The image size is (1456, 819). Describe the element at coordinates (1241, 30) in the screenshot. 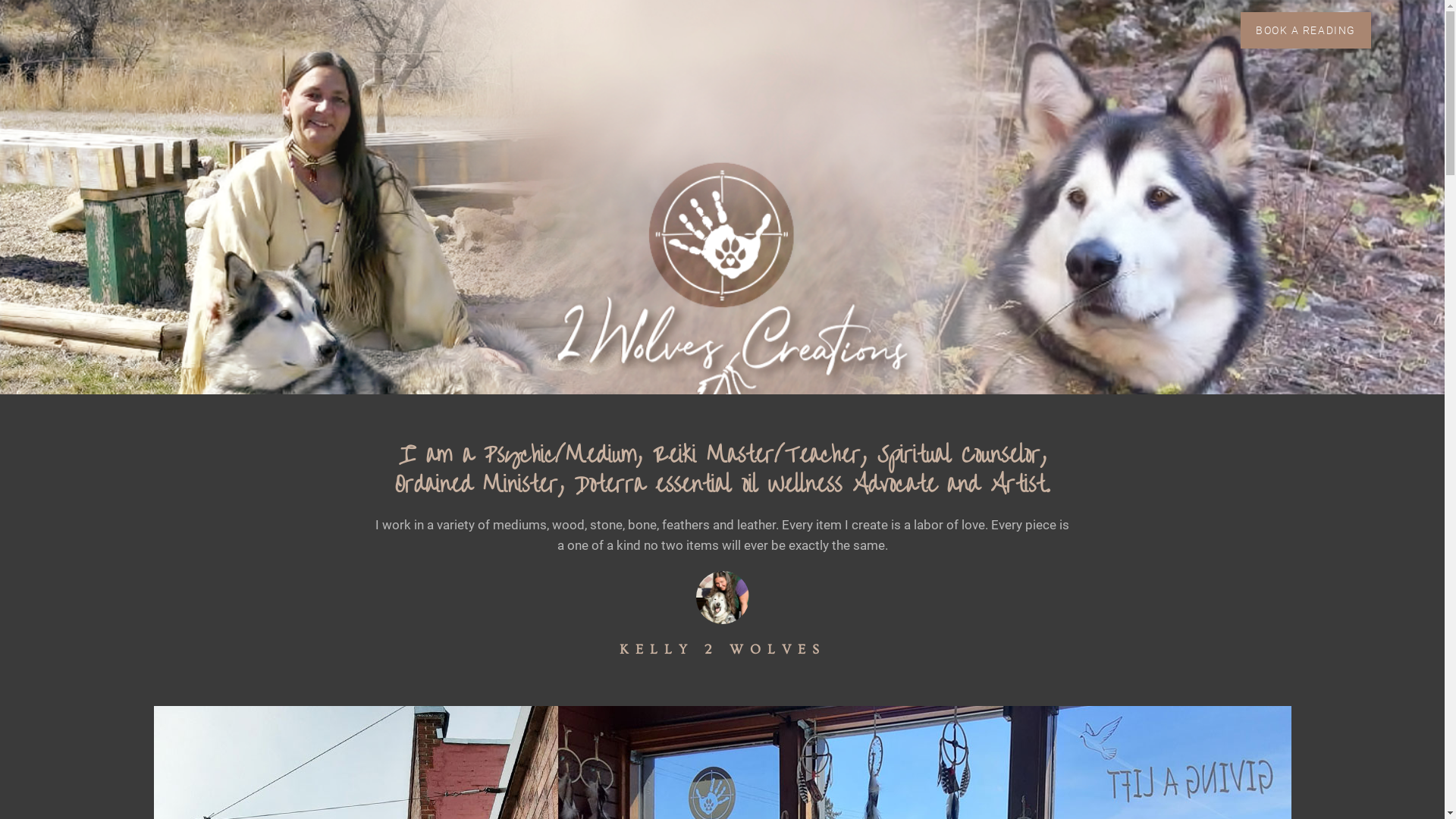

I see `'BOOK A READING'` at that location.